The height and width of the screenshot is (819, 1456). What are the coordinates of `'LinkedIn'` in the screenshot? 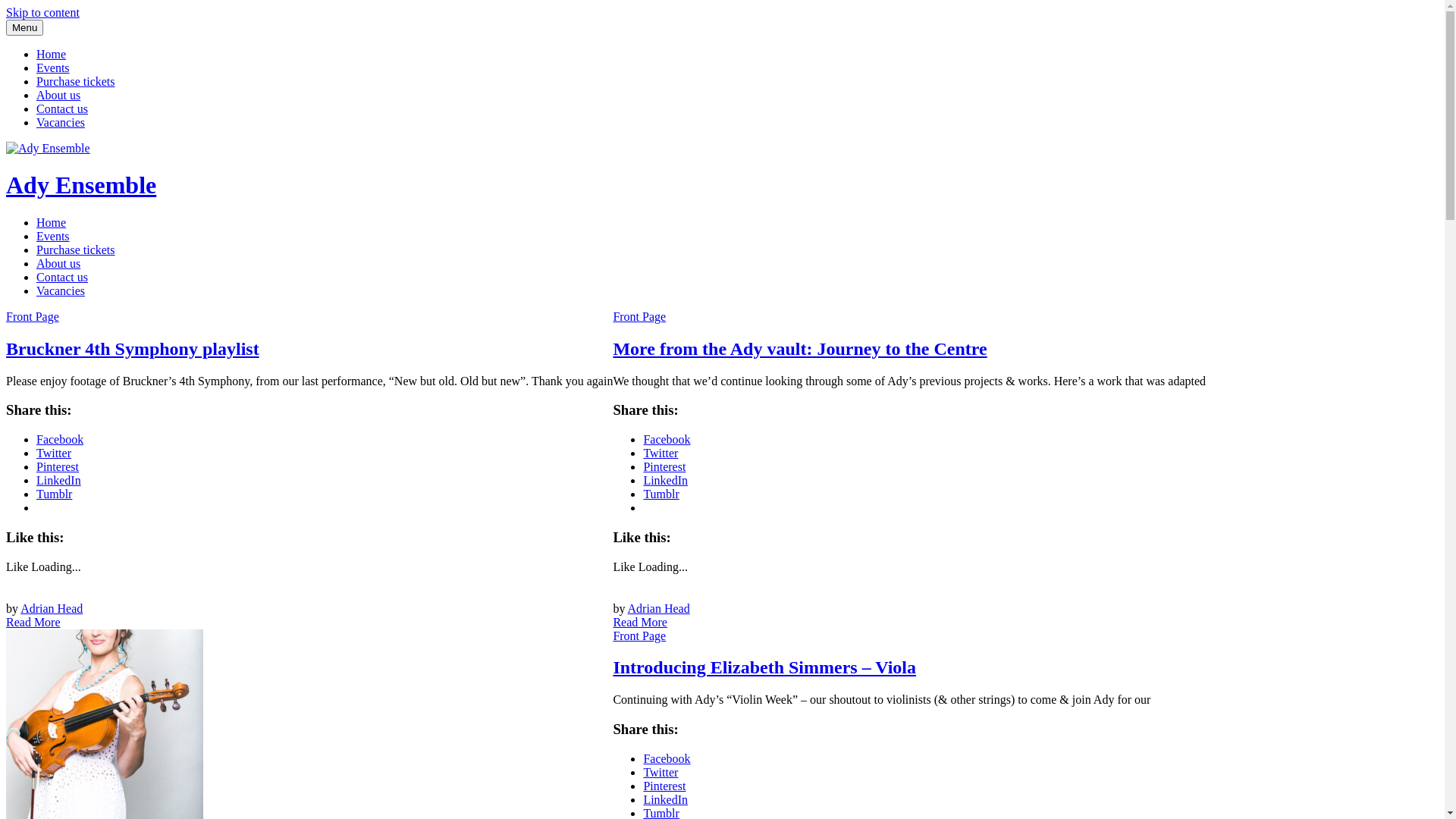 It's located at (58, 480).